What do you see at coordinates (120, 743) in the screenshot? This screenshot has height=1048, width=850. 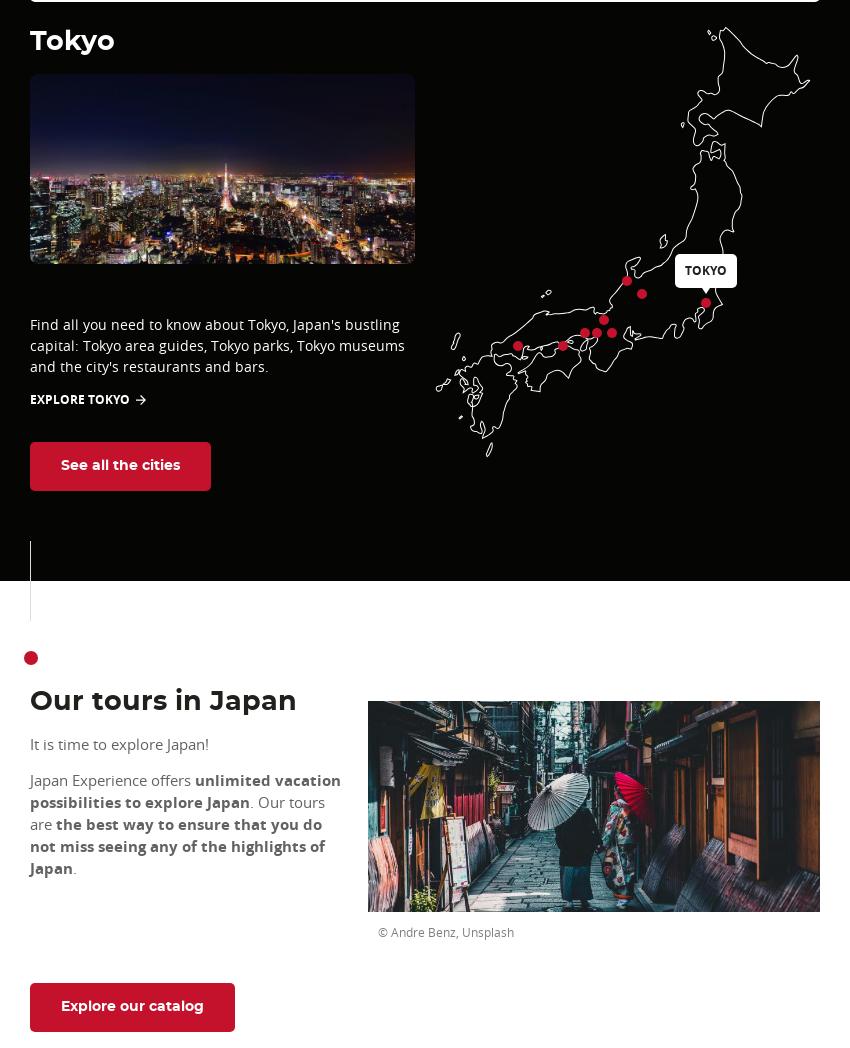 I see `'It is time to explore Japan!'` at bounding box center [120, 743].